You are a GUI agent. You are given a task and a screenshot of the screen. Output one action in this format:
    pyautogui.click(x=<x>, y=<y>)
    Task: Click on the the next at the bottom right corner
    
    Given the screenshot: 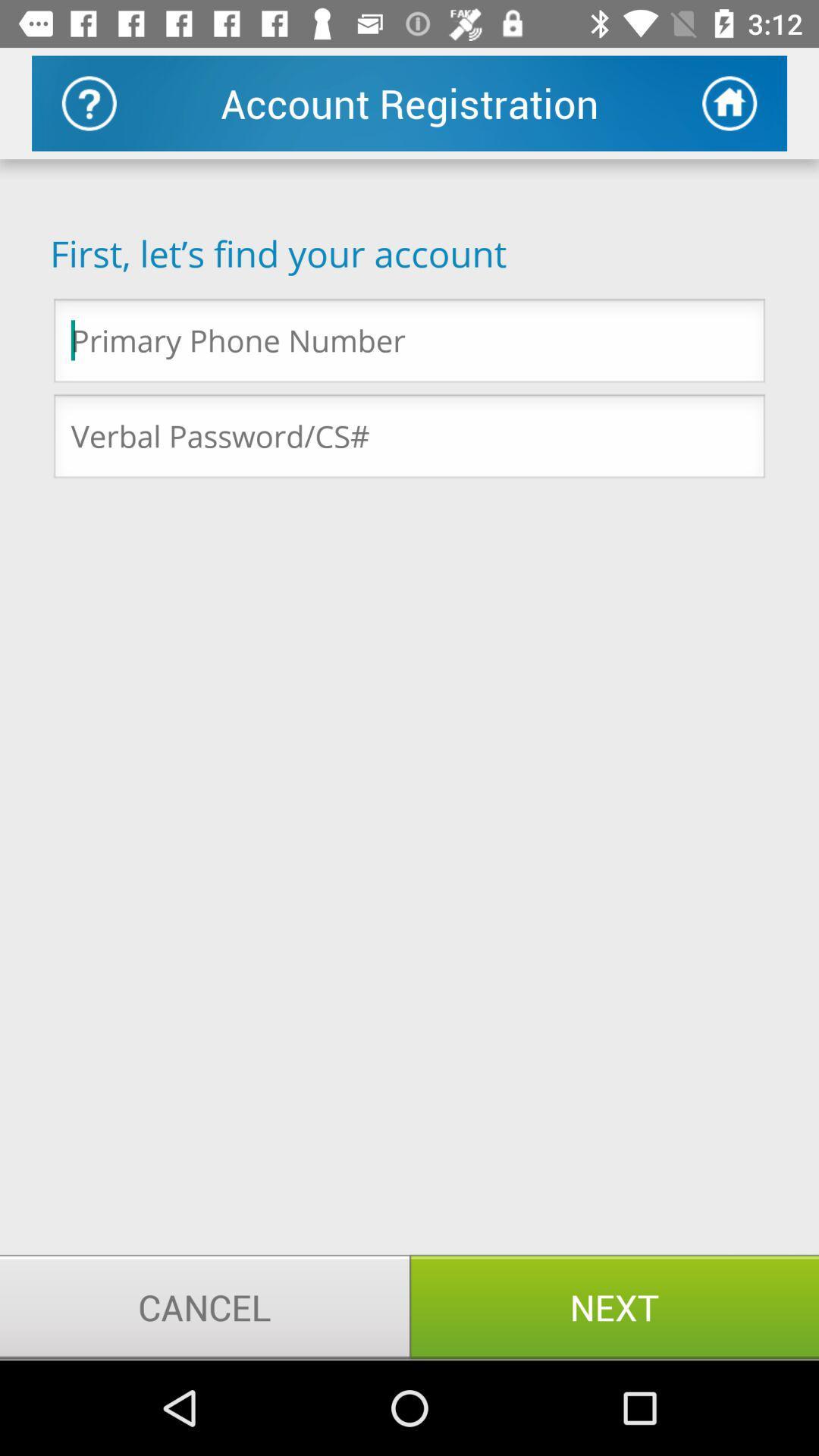 What is the action you would take?
    pyautogui.click(x=614, y=1306)
    